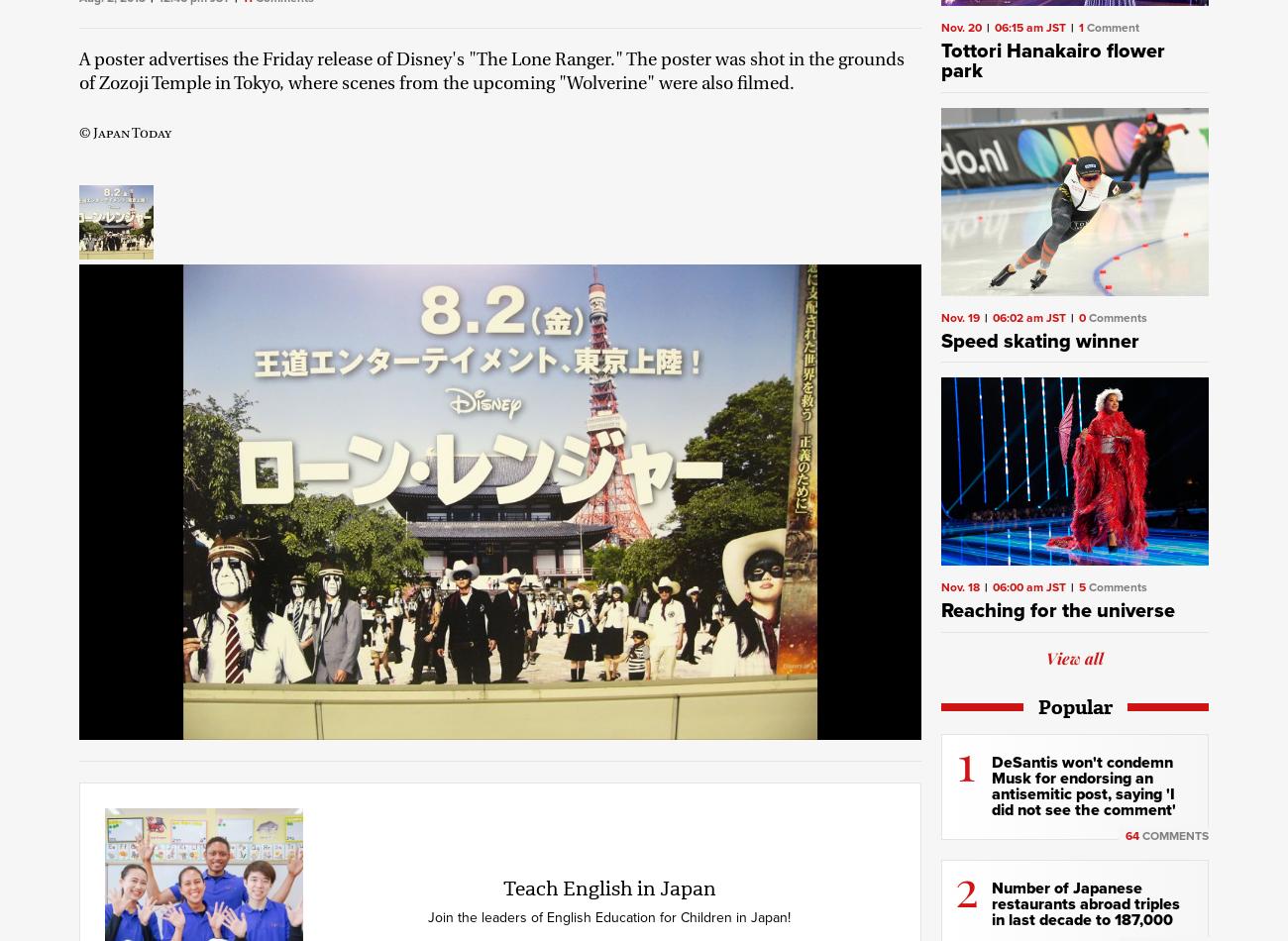 The height and width of the screenshot is (941, 1288). Describe the element at coordinates (1028, 586) in the screenshot. I see `'06:00 am JST'` at that location.